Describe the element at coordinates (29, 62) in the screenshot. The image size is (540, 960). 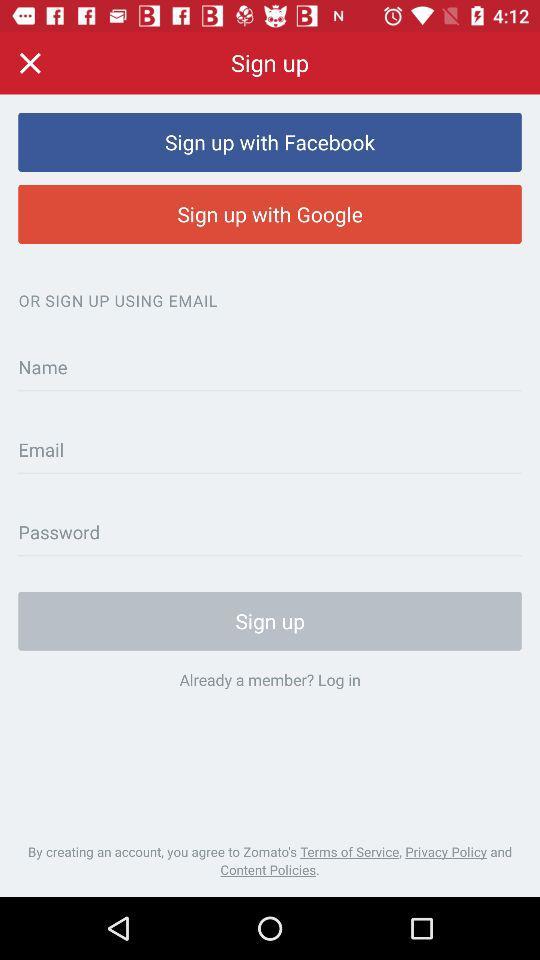
I see `the close icon` at that location.